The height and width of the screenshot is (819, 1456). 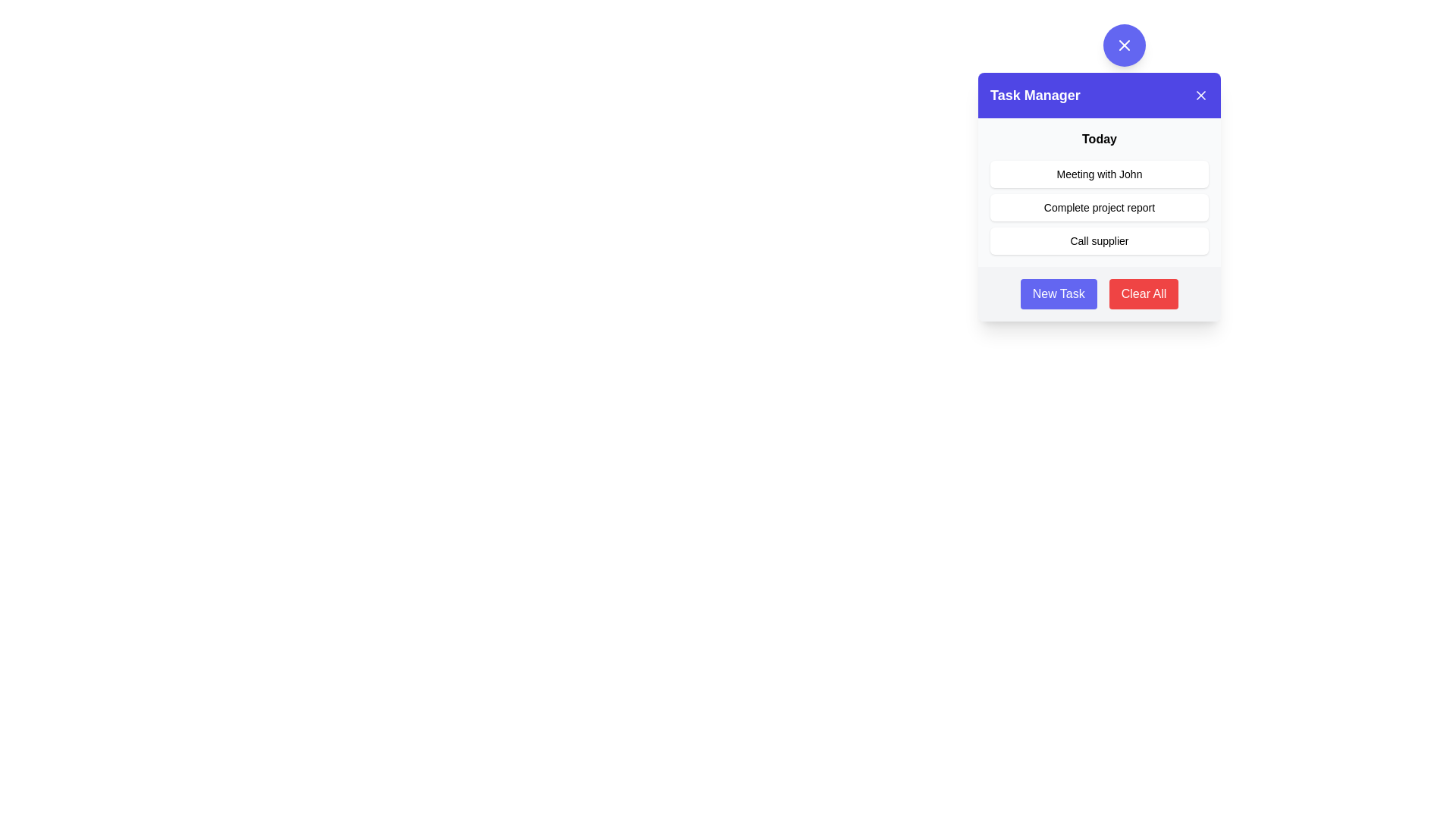 I want to click on the static text label that serves as a title for the task management interface, located in the header section with a blue bar background, so click(x=1034, y=96).